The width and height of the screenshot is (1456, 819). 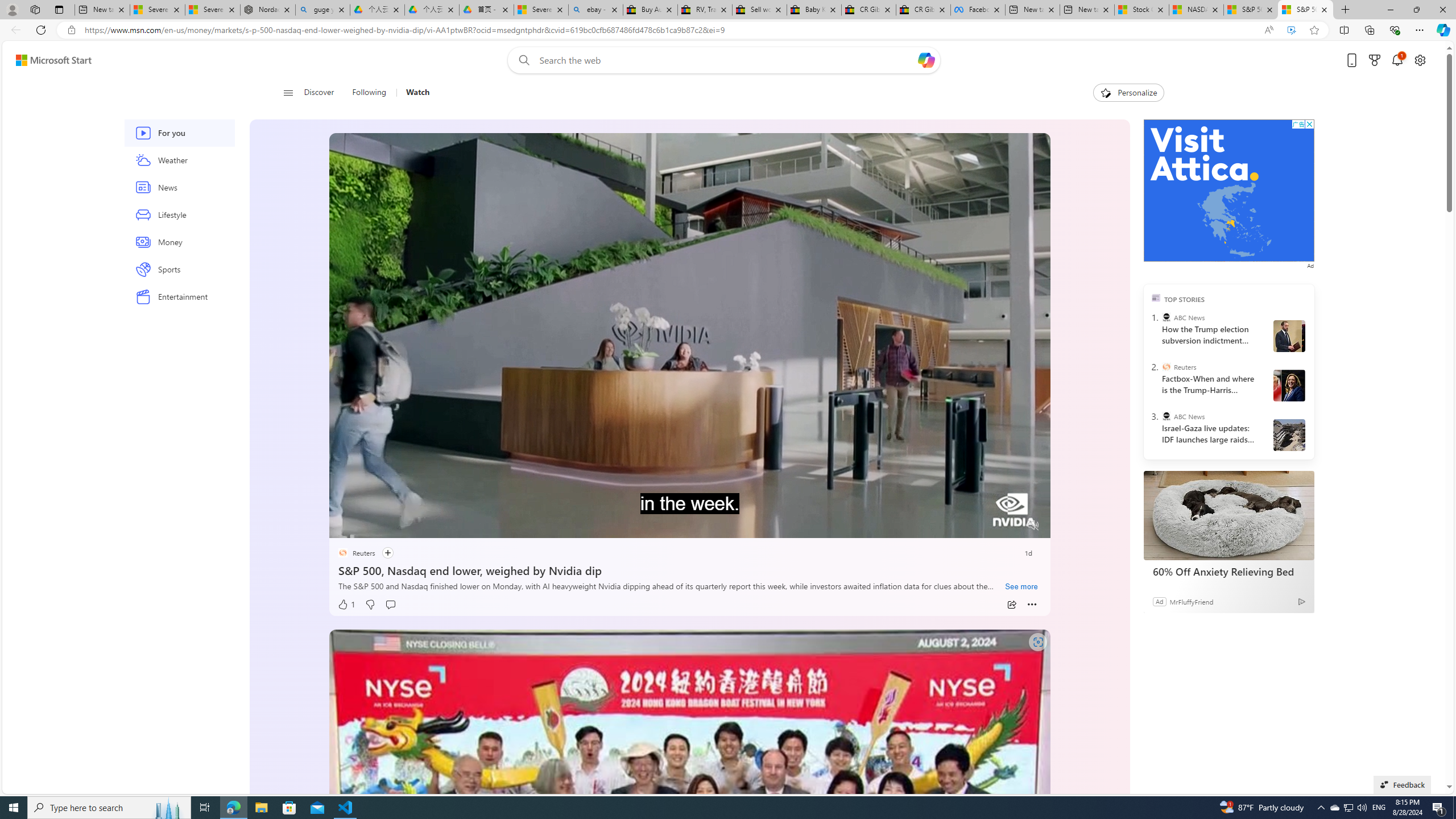 I want to click on 'Baby Keepsakes & Announcements for sale | eBay', so click(x=813, y=9).